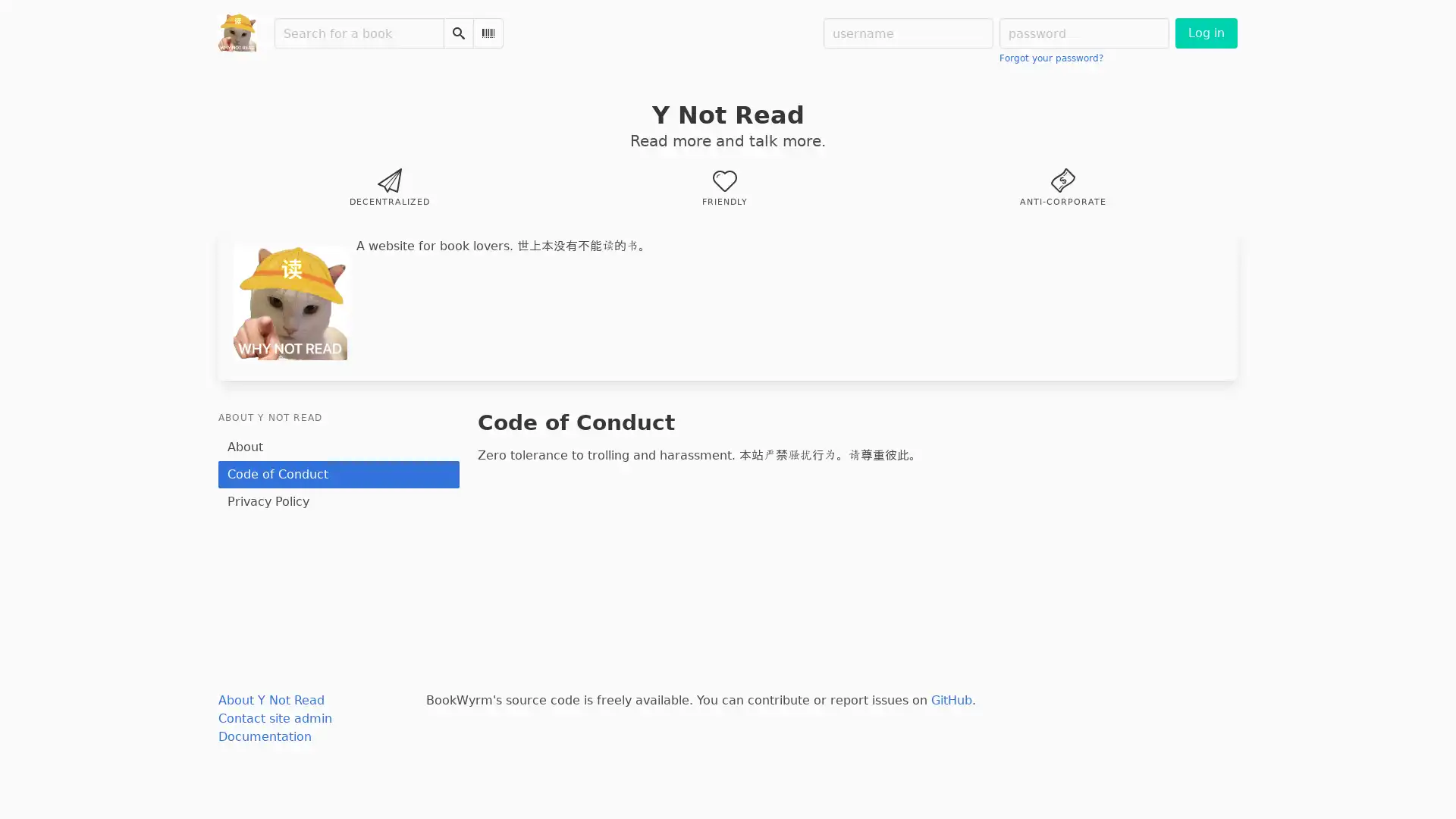 The image size is (1456, 819). Describe the element at coordinates (1205, 33) in the screenshot. I see `Log in` at that location.